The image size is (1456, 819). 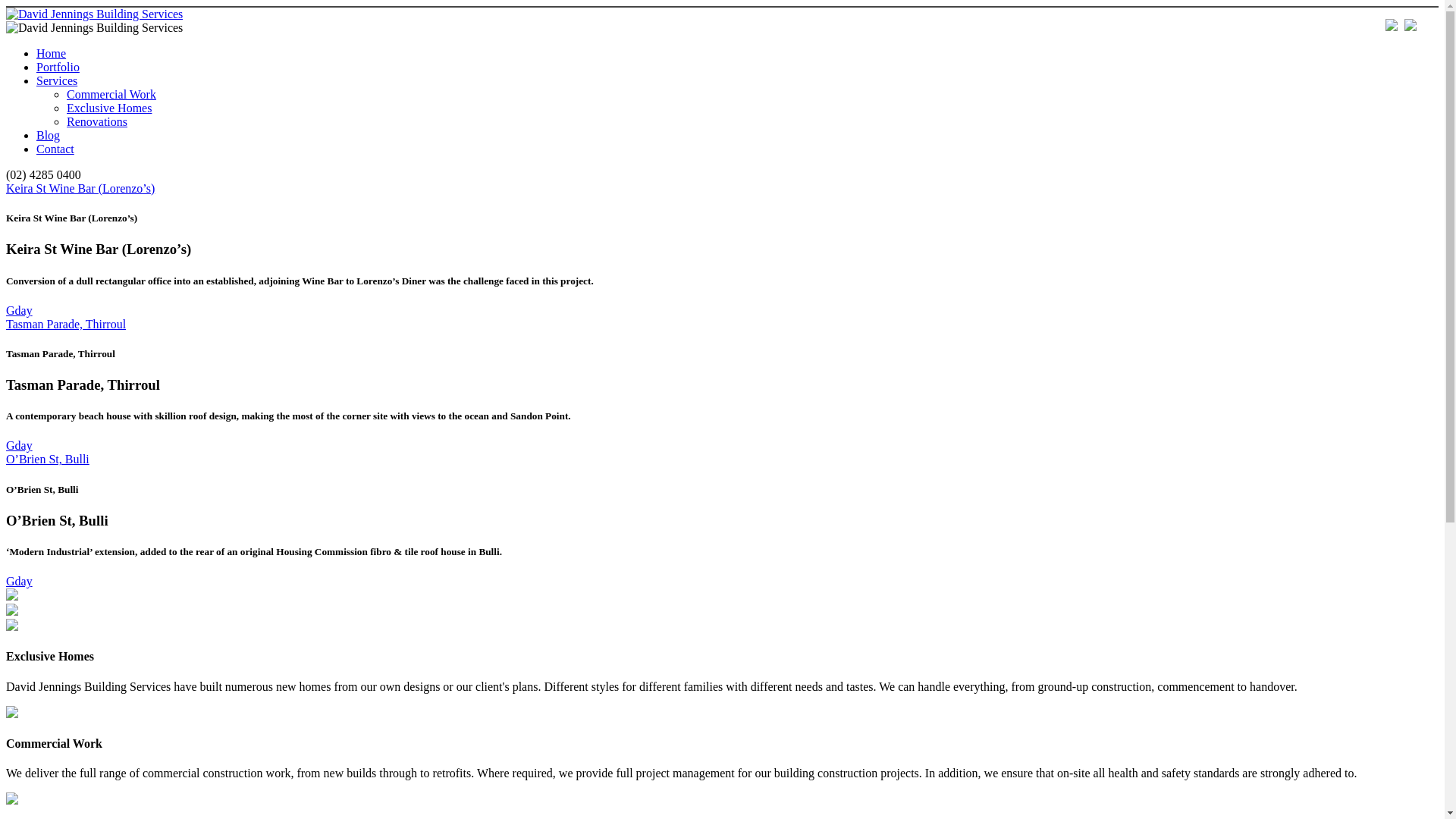 What do you see at coordinates (19, 580) in the screenshot?
I see `'Gday'` at bounding box center [19, 580].